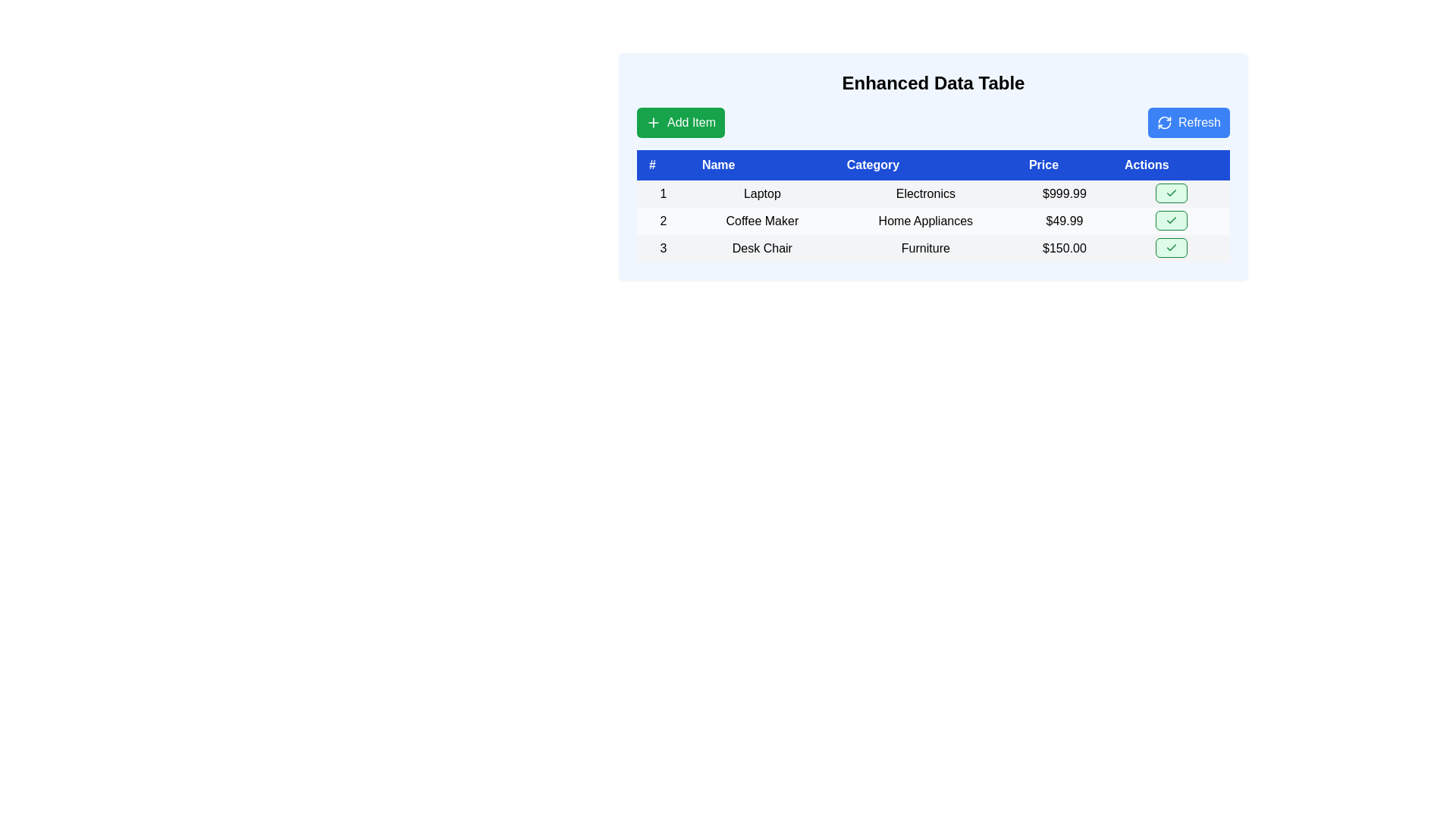  Describe the element at coordinates (1063, 193) in the screenshot. I see `the text component displaying the monetary value '$999.99' located in the 'Price' column of the first row in the data table` at that location.